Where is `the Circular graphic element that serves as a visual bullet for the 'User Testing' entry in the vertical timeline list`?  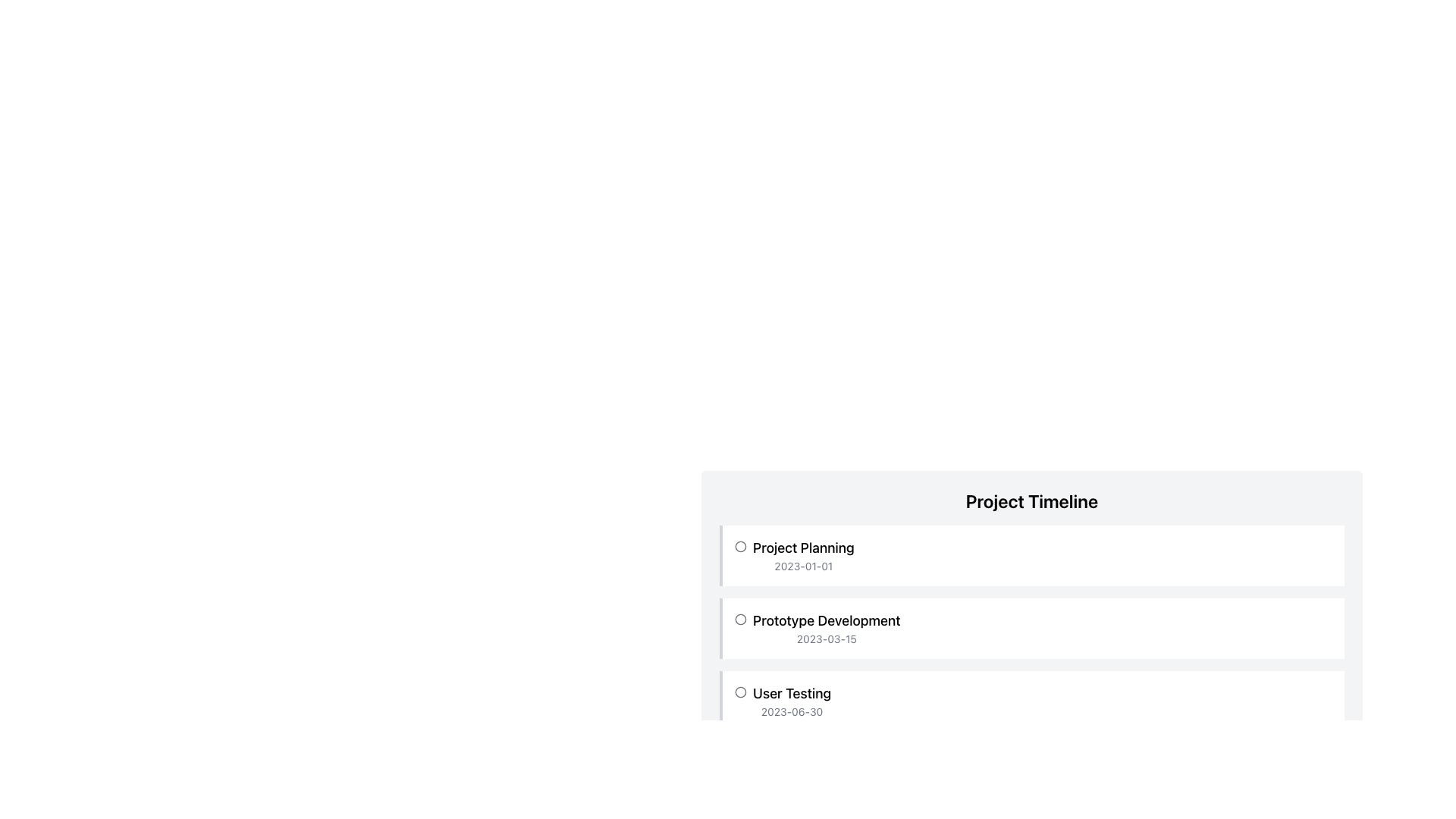 the Circular graphic element that serves as a visual bullet for the 'User Testing' entry in the vertical timeline list is located at coordinates (741, 692).